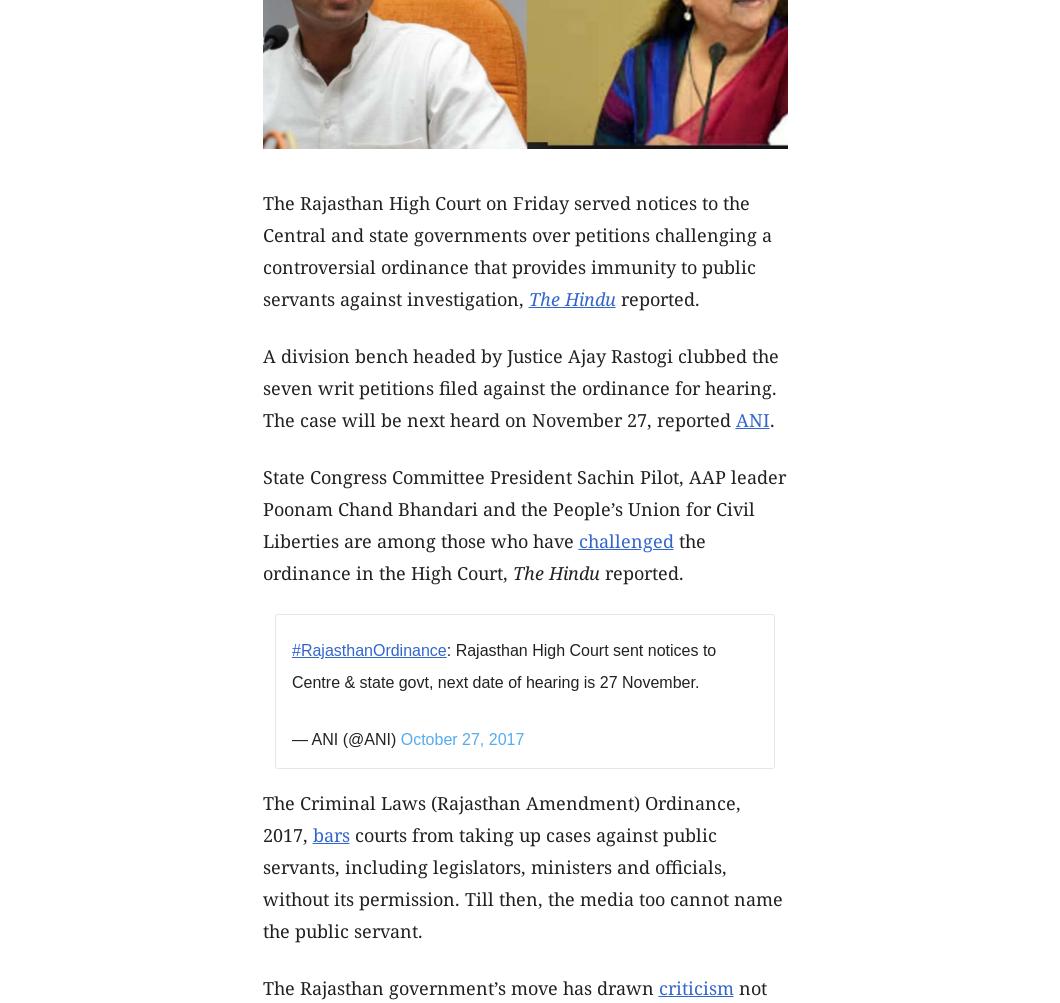  I want to click on 'State Congress Committee President Sachin Pilot, AAP leader Poonam Chand Bhandari and the People’s Union for Civil Liberties are among those who have', so click(522, 508).